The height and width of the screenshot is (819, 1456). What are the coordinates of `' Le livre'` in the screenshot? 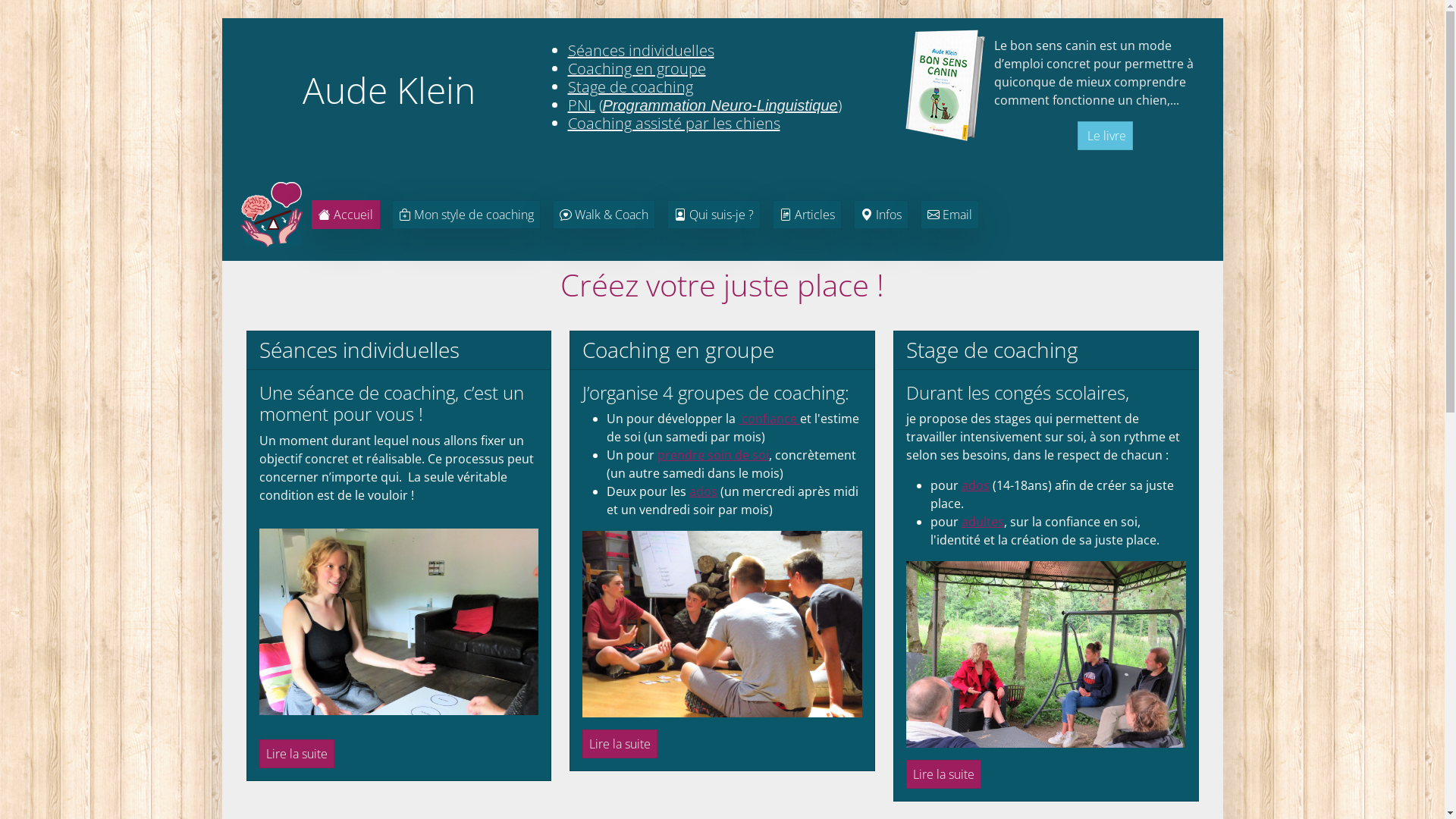 It's located at (1105, 134).